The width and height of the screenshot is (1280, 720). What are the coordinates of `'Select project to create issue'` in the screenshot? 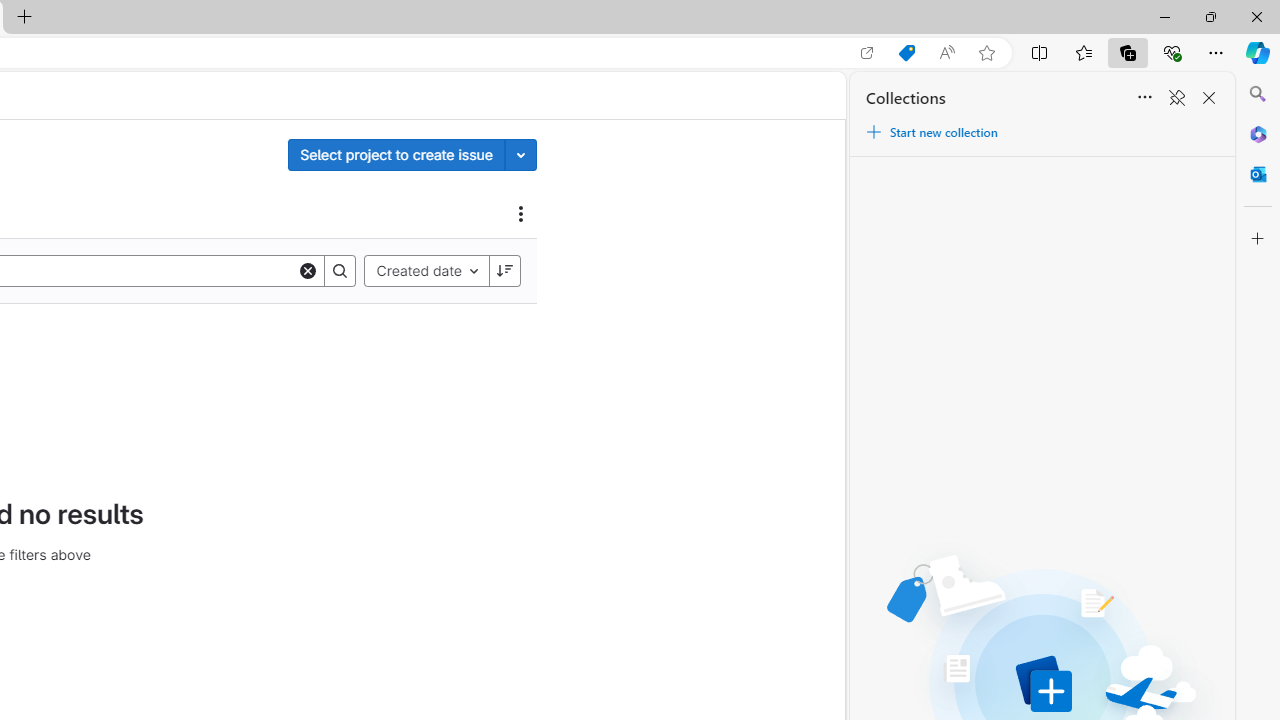 It's located at (396, 153).